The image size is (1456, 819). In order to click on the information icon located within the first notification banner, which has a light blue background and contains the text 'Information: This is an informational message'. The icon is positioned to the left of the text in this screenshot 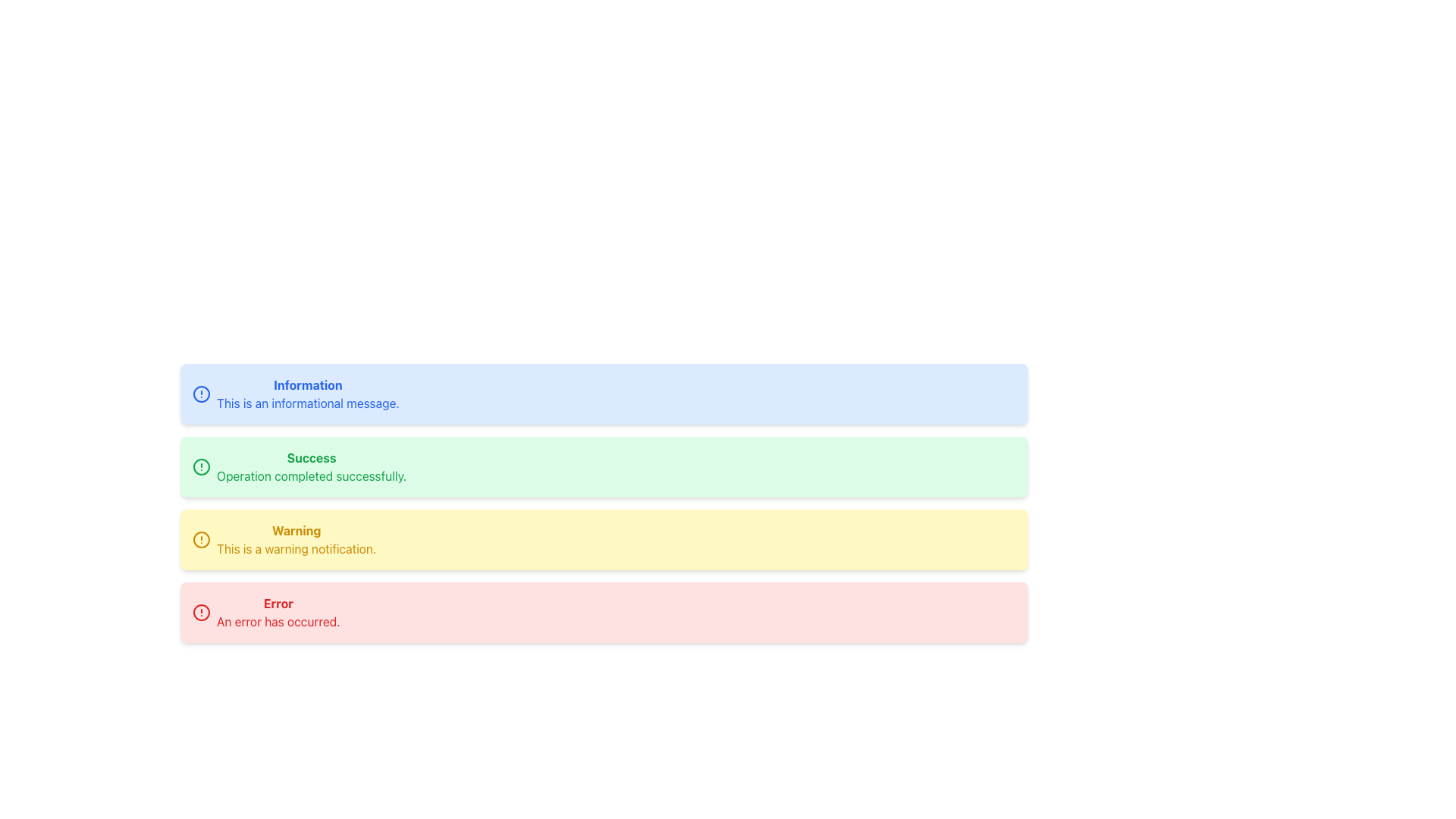, I will do `click(200, 394)`.